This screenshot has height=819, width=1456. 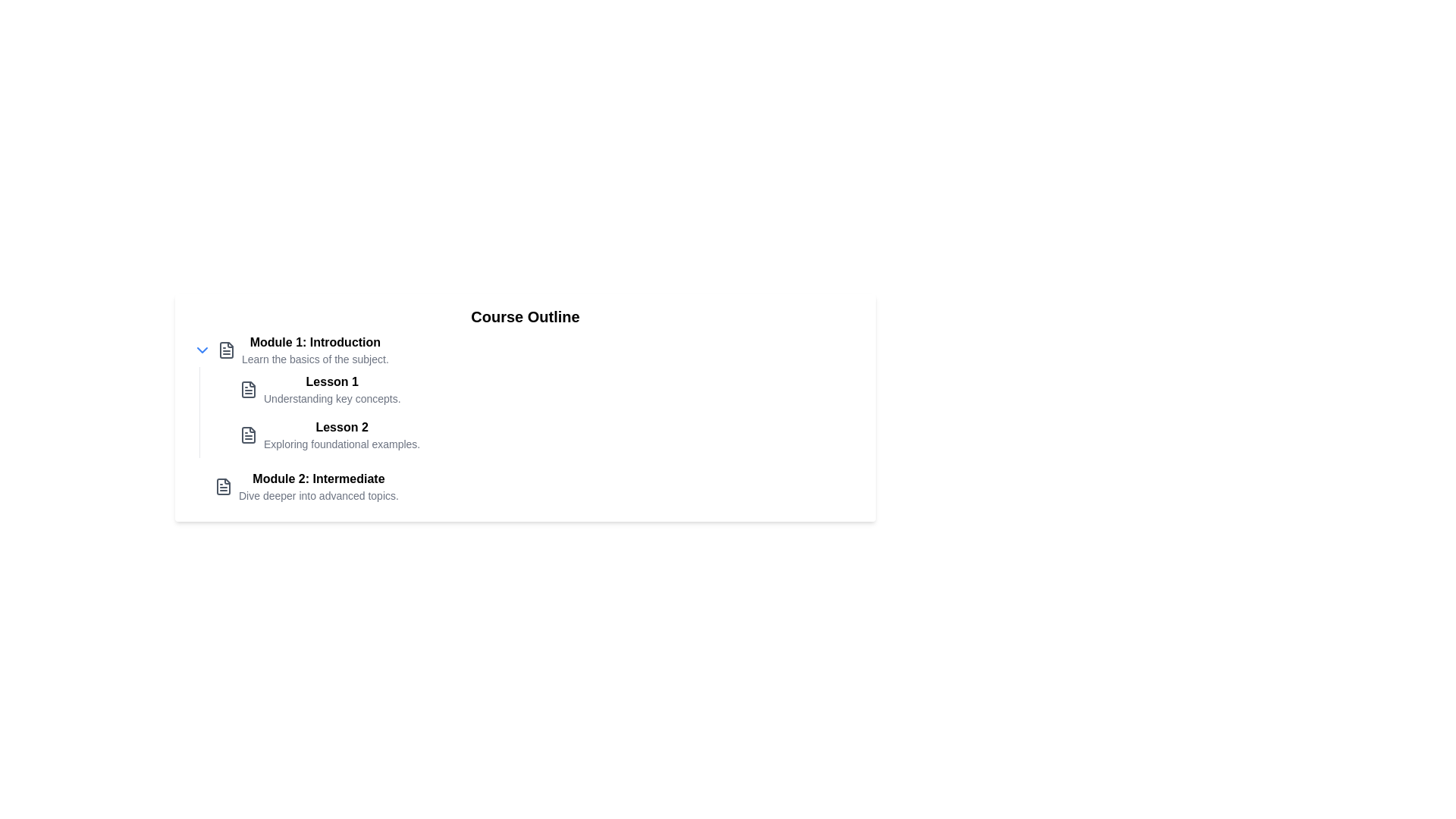 I want to click on the Text Header that labels the first lesson, so click(x=331, y=381).